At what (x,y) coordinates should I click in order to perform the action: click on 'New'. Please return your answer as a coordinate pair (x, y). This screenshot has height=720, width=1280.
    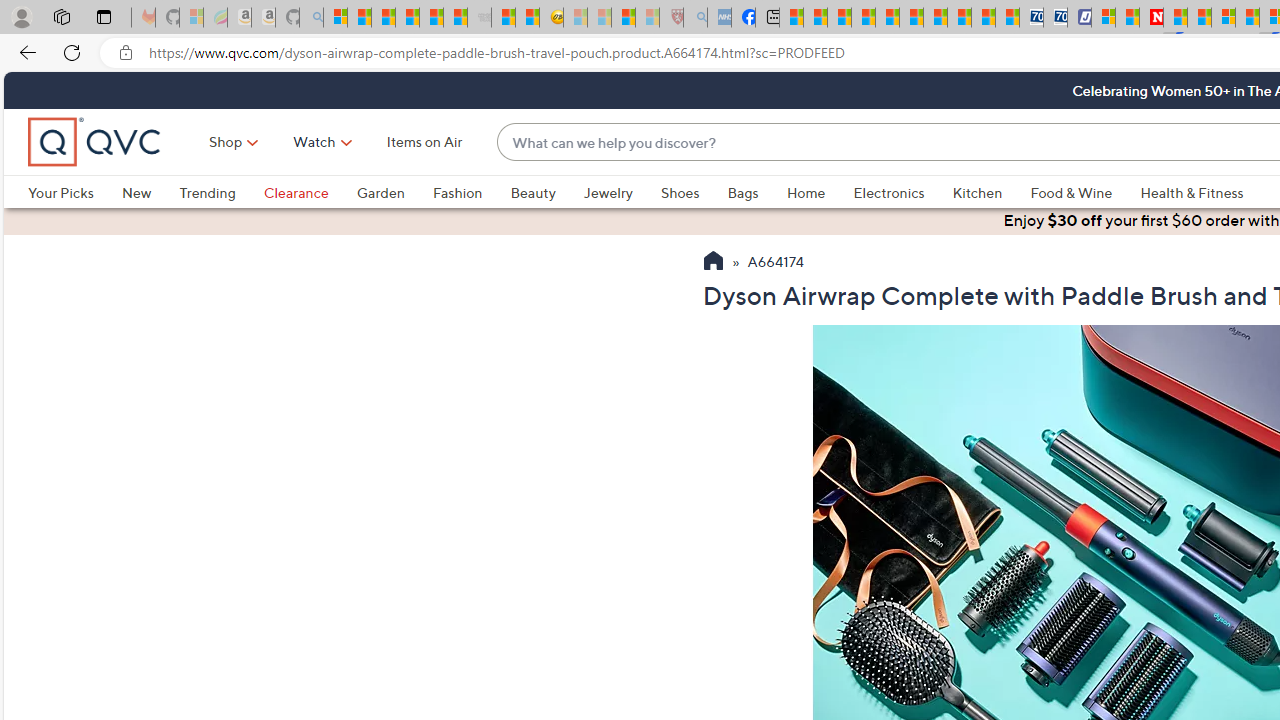
    Looking at the image, I should click on (150, 192).